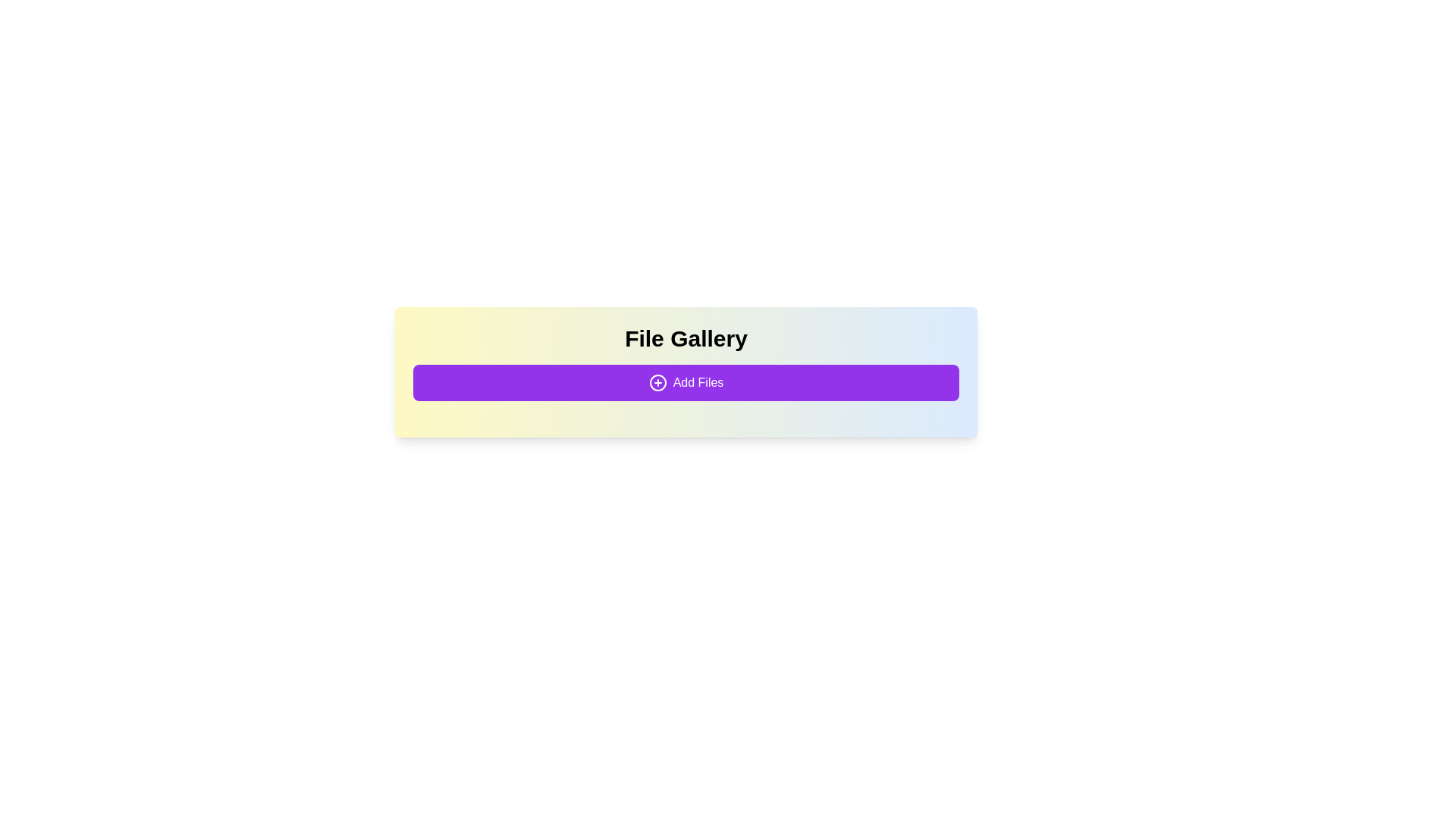 This screenshot has height=819, width=1456. Describe the element at coordinates (657, 382) in the screenshot. I see `the circular icon with a plus symbol located at the center of the 'Add Files' button within the purple background of the 'File Gallery' section` at that location.